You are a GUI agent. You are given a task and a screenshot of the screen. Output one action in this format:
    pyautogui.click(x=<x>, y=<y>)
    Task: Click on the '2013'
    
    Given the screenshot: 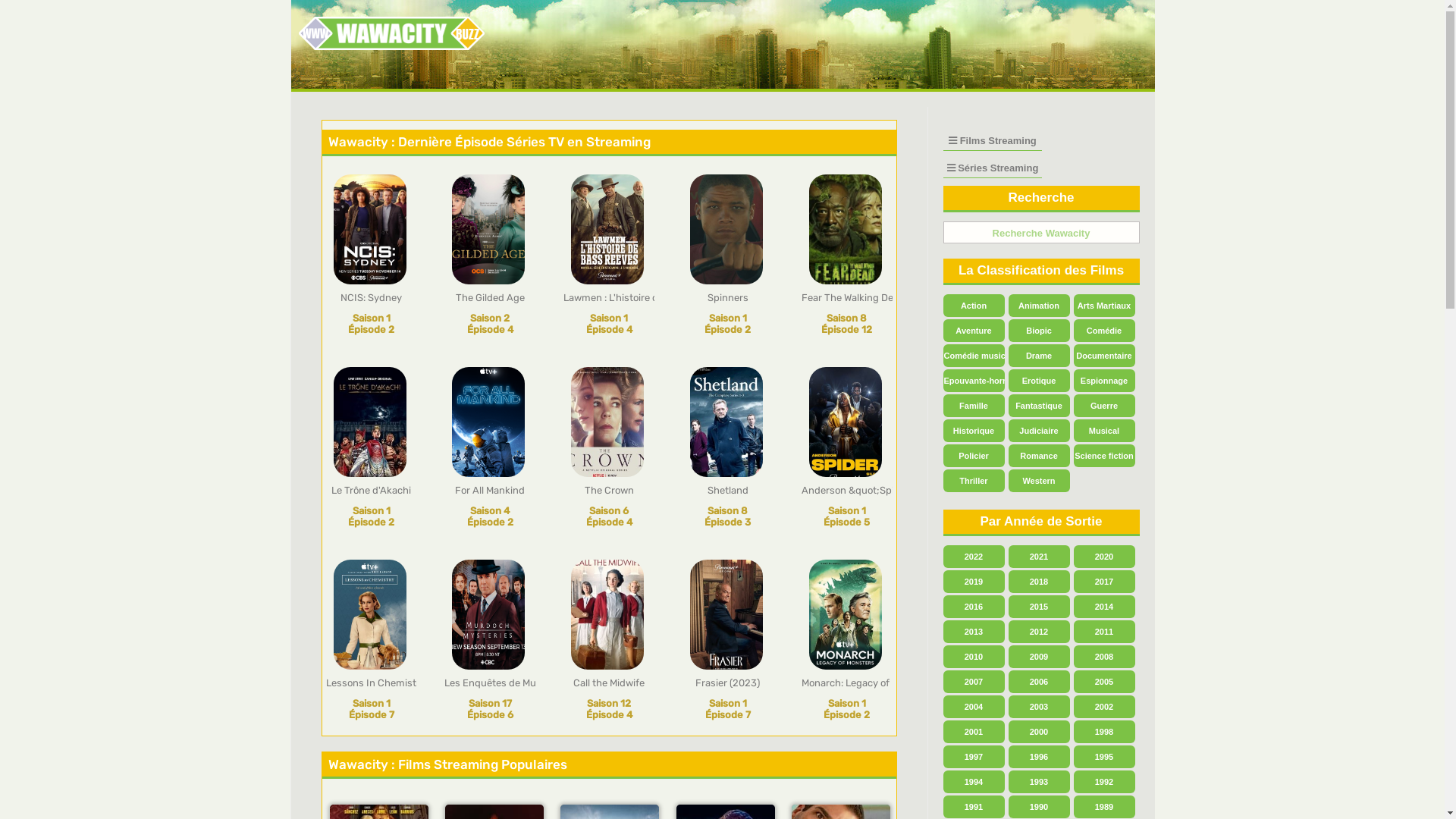 What is the action you would take?
    pyautogui.click(x=974, y=632)
    